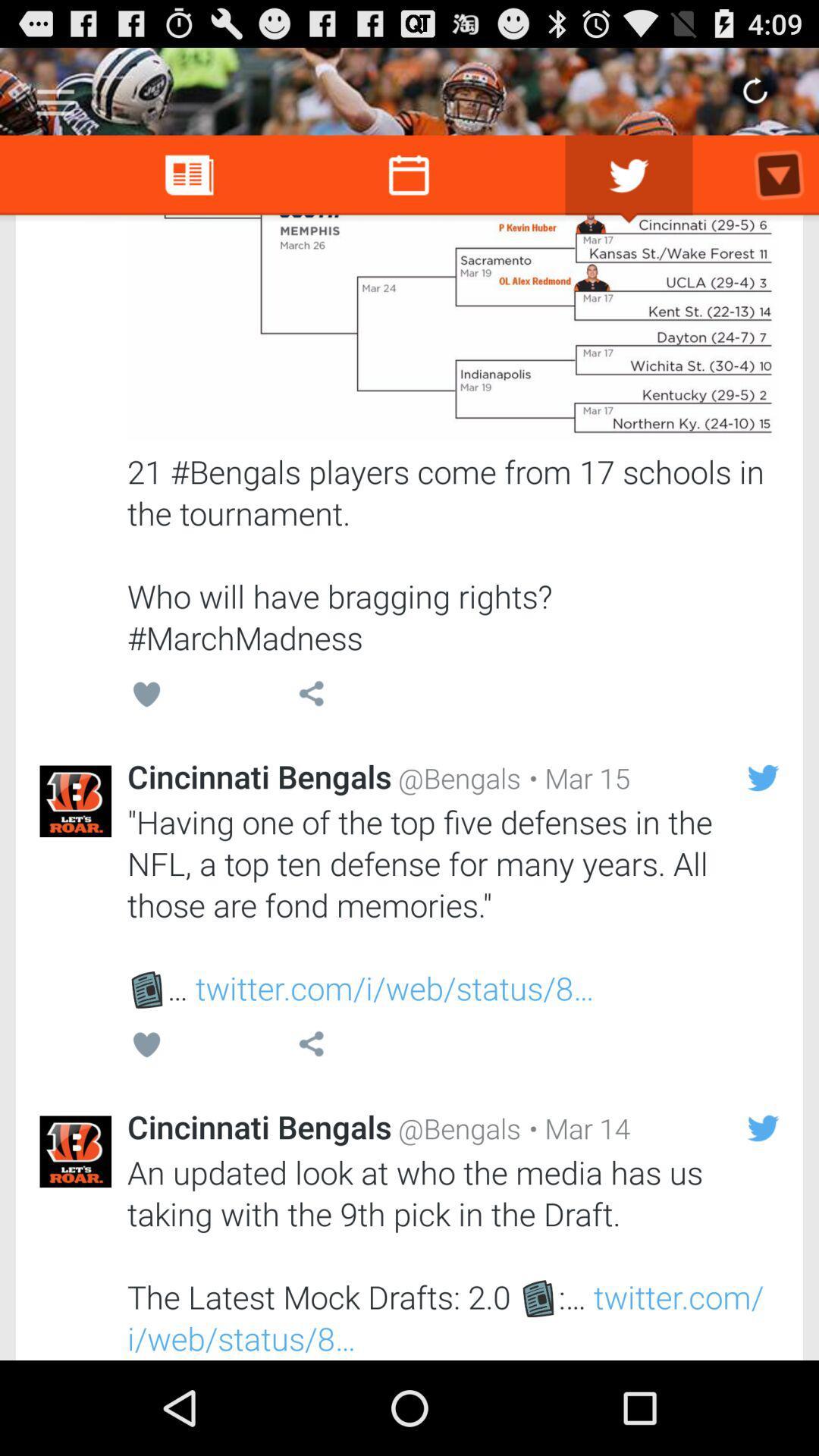 The width and height of the screenshot is (819, 1456). What do you see at coordinates (452, 1255) in the screenshot?
I see `icon below cincinnati bengals item` at bounding box center [452, 1255].